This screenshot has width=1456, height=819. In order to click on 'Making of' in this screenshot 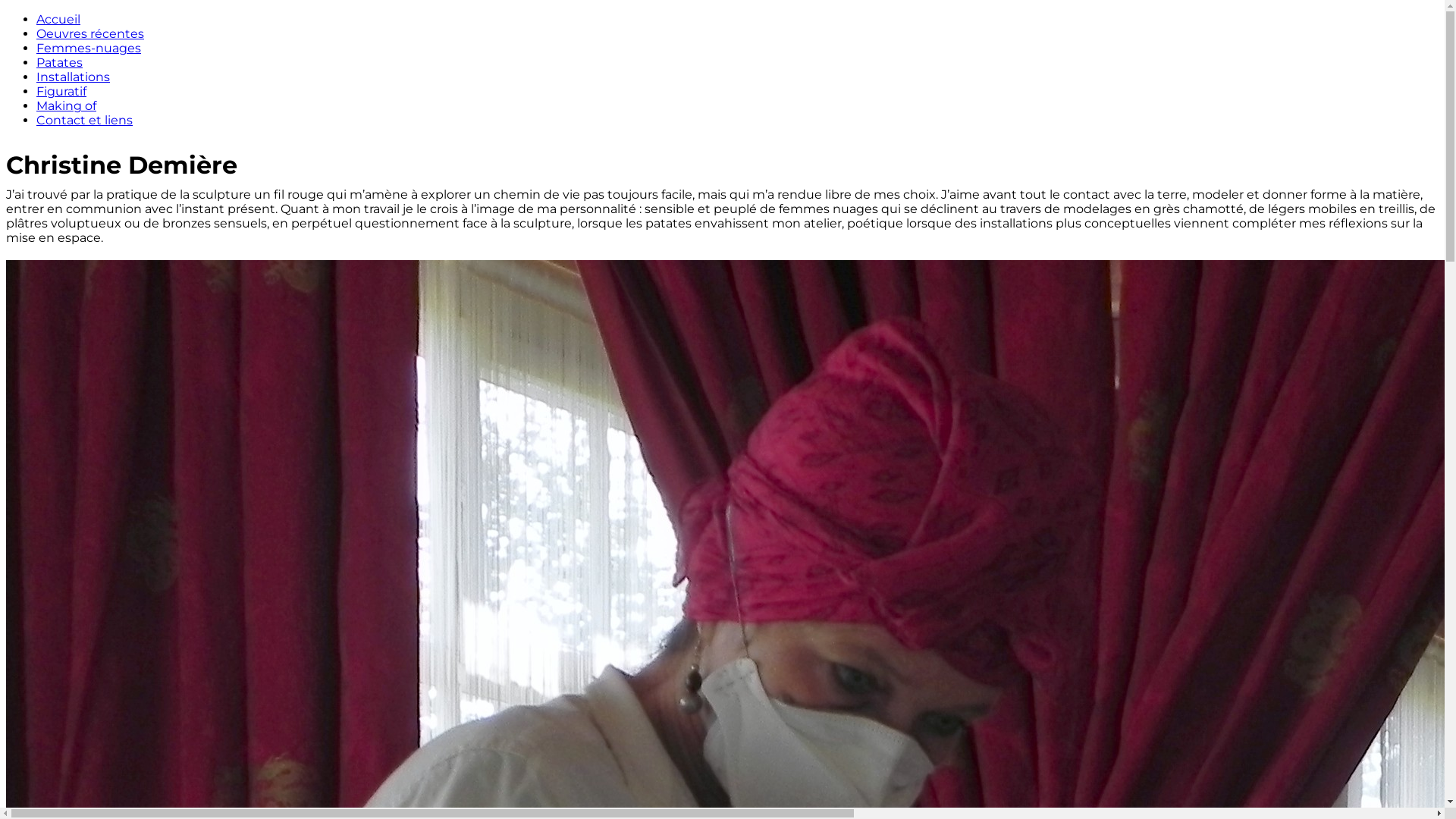, I will do `click(65, 105)`.